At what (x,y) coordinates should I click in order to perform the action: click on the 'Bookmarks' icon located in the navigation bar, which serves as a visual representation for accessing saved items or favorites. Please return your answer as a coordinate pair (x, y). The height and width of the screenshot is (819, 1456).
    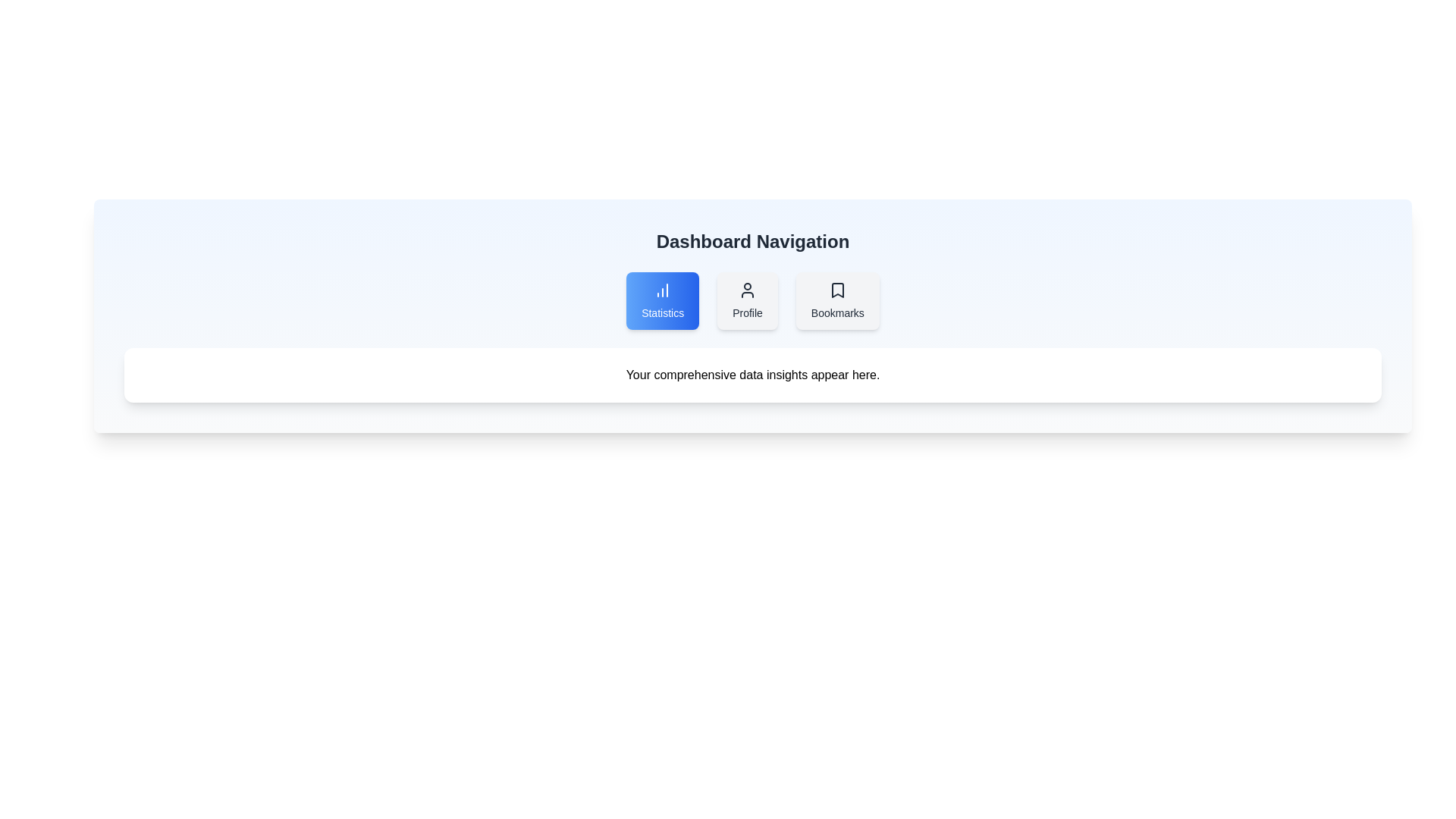
    Looking at the image, I should click on (836, 290).